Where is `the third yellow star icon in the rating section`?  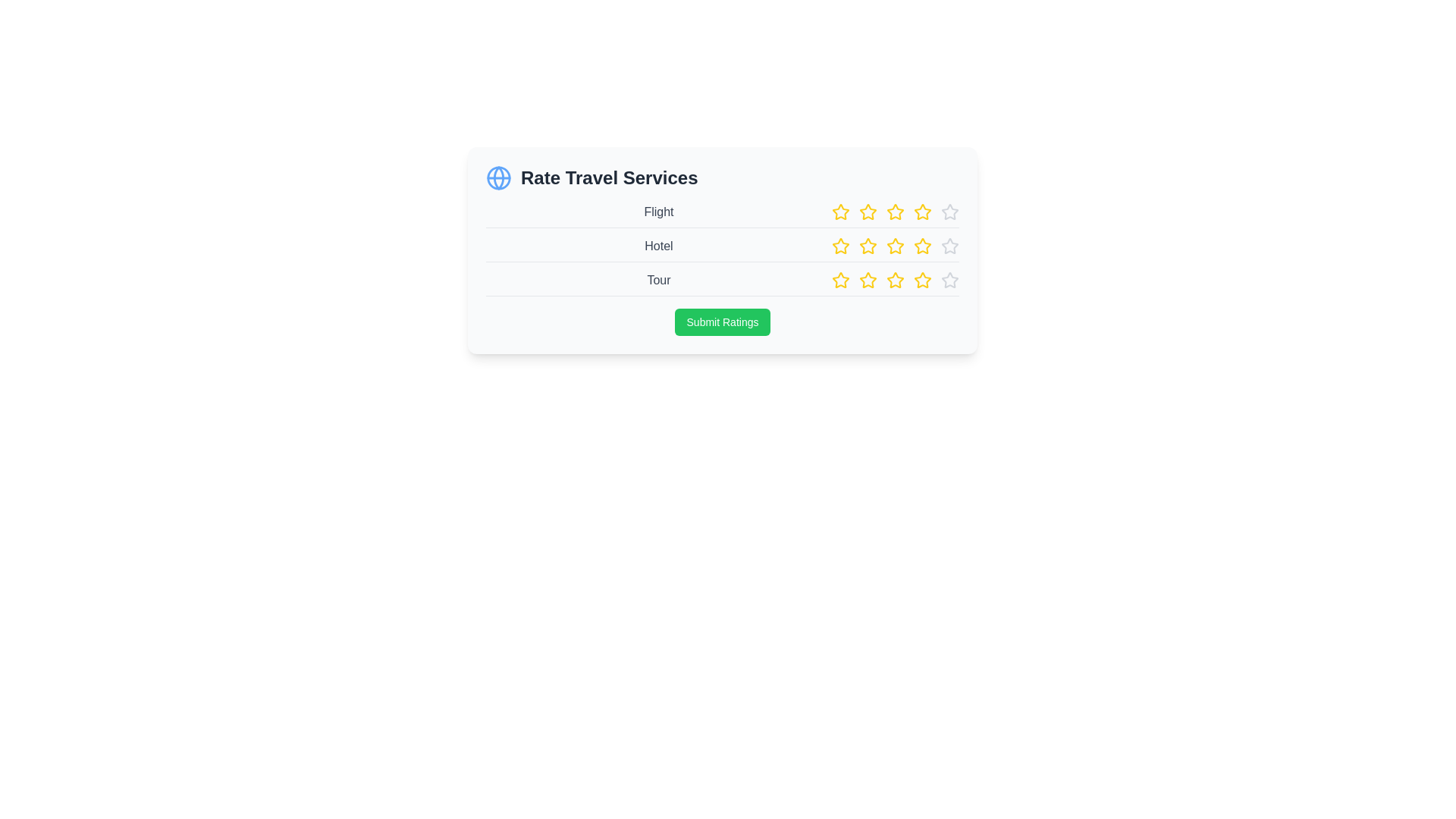
the third yellow star icon in the rating section is located at coordinates (895, 212).